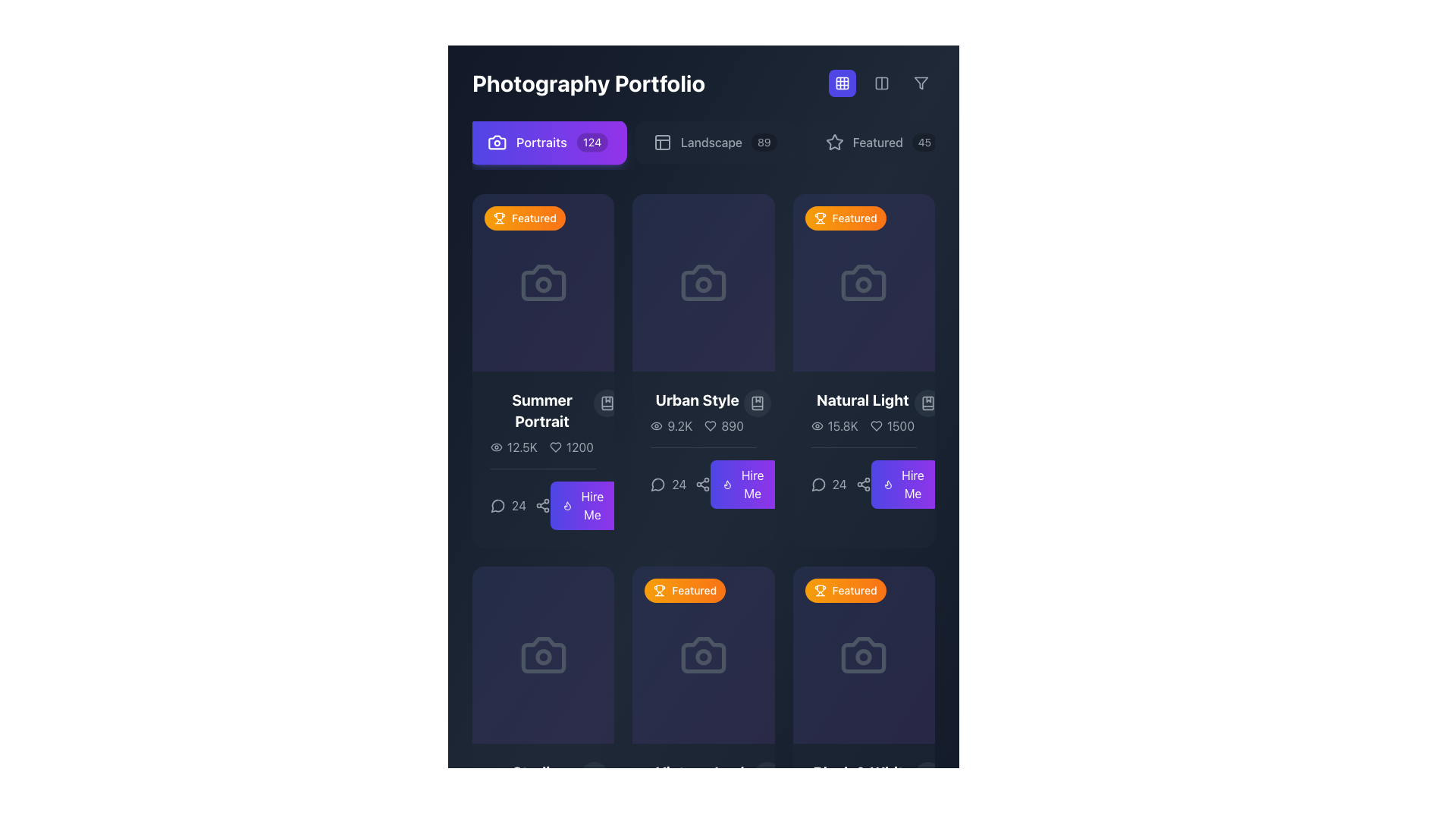 Image resolution: width=1456 pixels, height=819 pixels. I want to click on the bold, white text label reading 'Urban Style' to observe its color change to indigo, so click(696, 400).